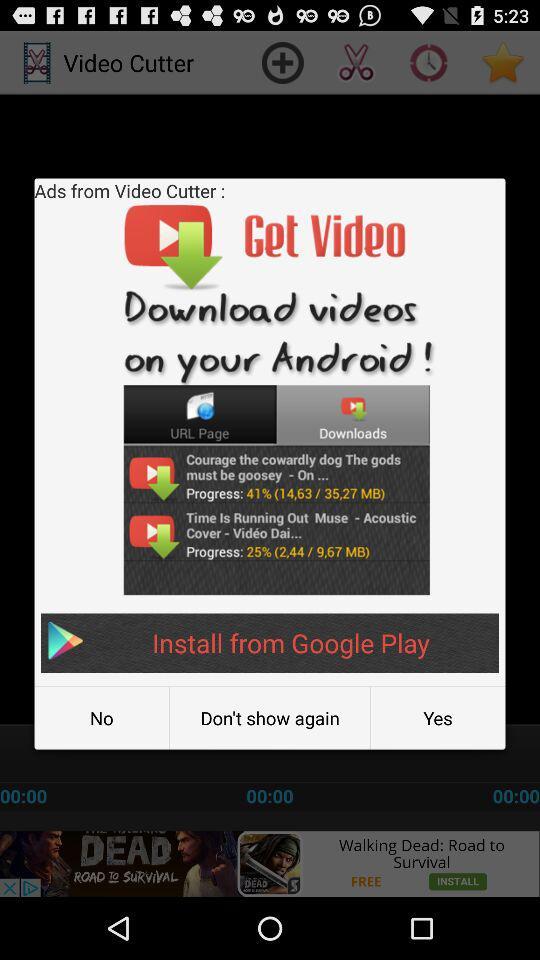  I want to click on the item next to the no button, so click(270, 718).